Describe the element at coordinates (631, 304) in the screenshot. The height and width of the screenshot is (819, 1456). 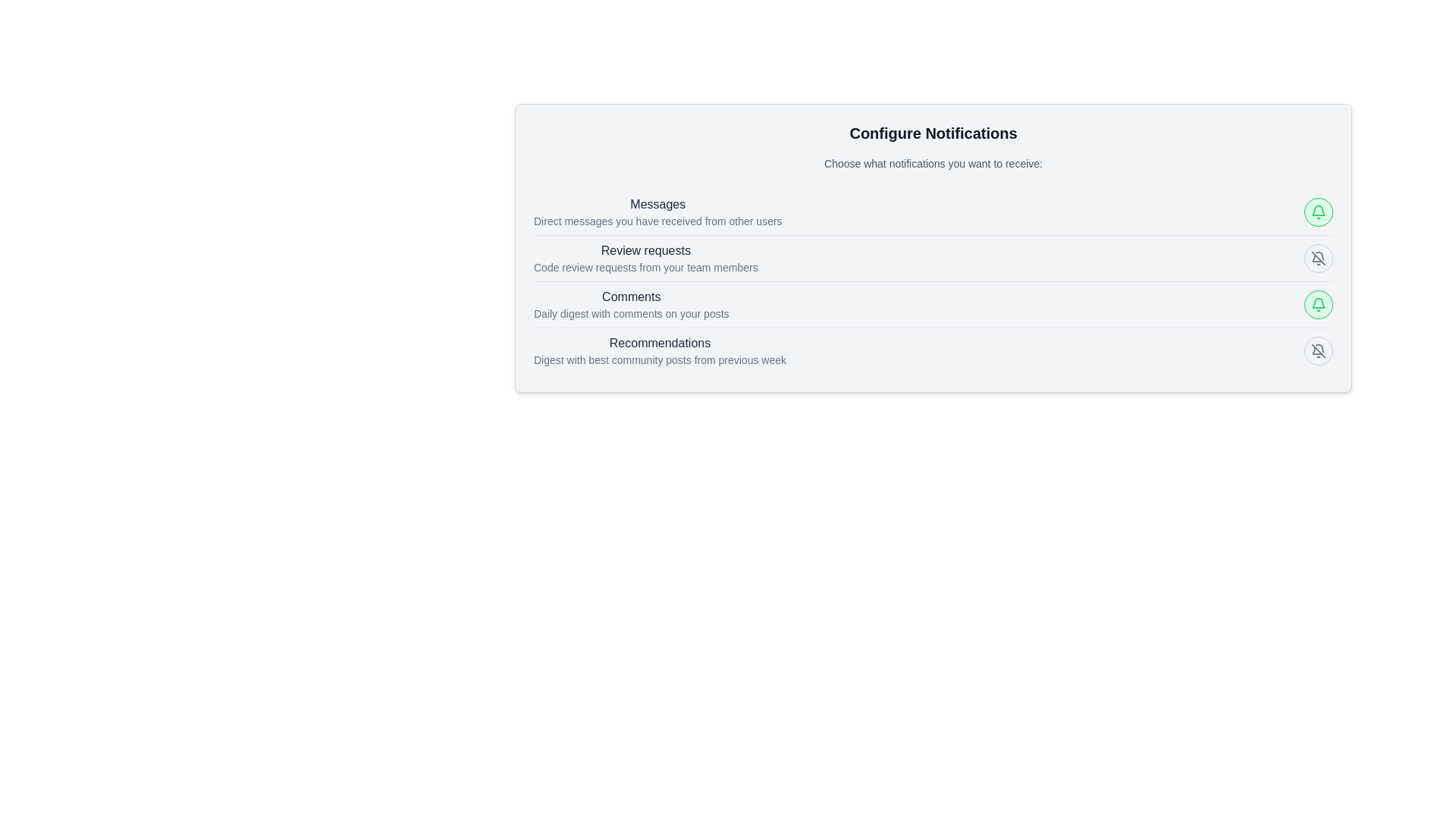
I see `the descriptive label for the notification setting related to receiving daily digests of comments on the user's posts, which is the third item in a vertically stacked list of notification settings` at that location.